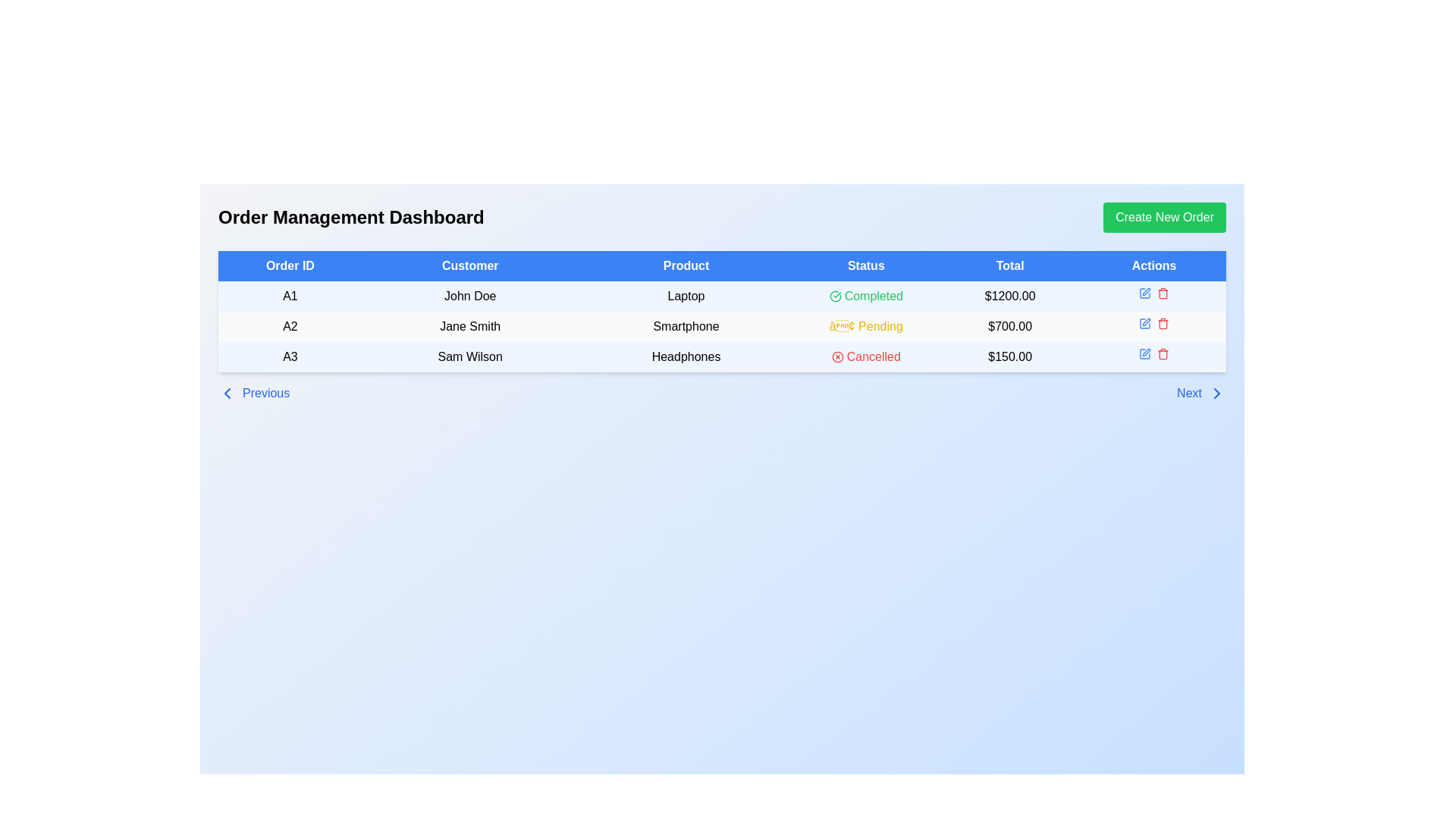 This screenshot has width=1456, height=819. I want to click on the completion icon located to the left of the 'Completed' status label in the 'Status' column of the first row in the table, so click(834, 296).